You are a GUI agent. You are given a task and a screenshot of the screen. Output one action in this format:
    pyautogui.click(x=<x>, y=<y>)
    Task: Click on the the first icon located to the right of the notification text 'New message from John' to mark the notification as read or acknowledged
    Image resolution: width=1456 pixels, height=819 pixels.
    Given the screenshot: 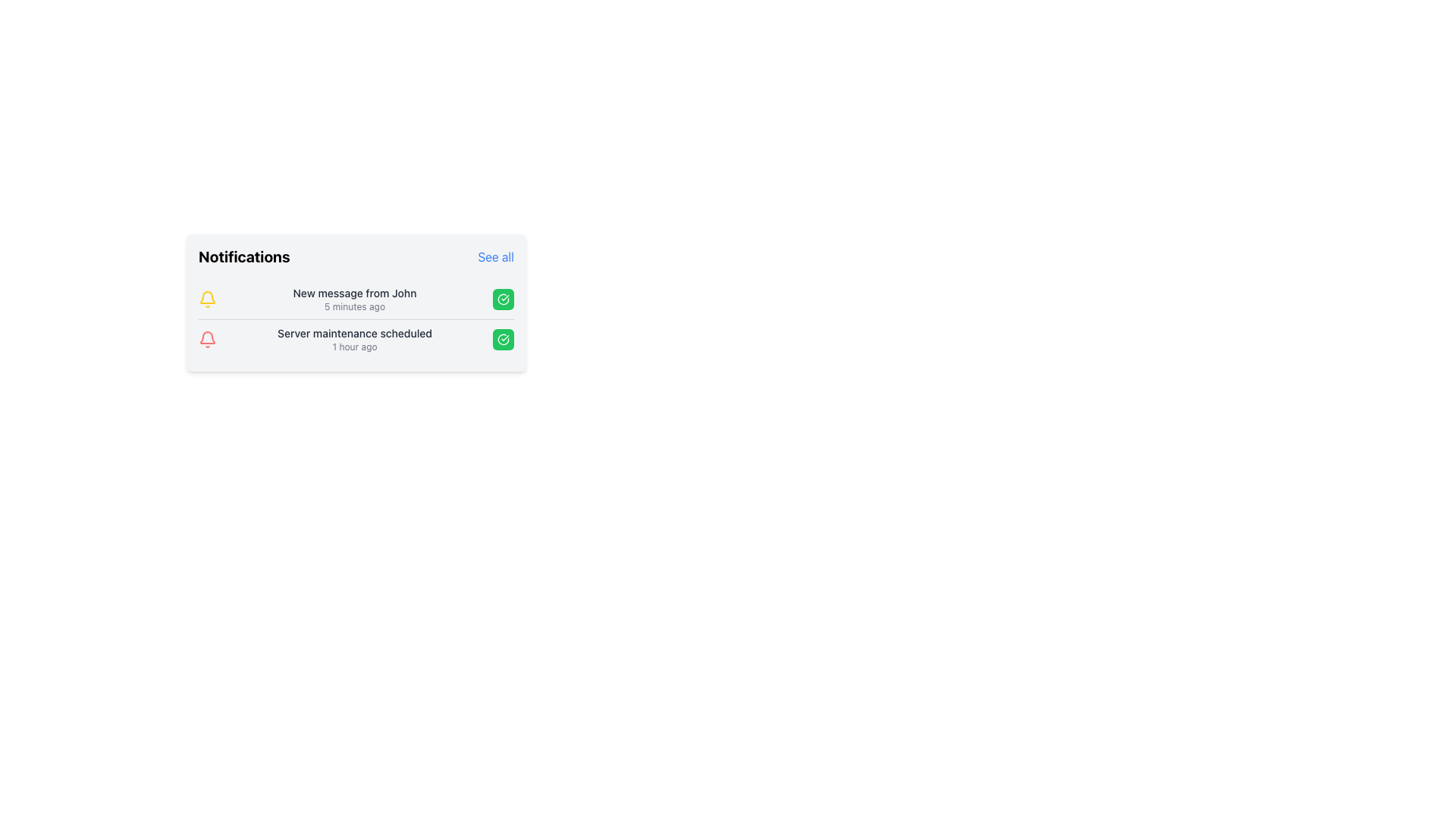 What is the action you would take?
    pyautogui.click(x=503, y=338)
    